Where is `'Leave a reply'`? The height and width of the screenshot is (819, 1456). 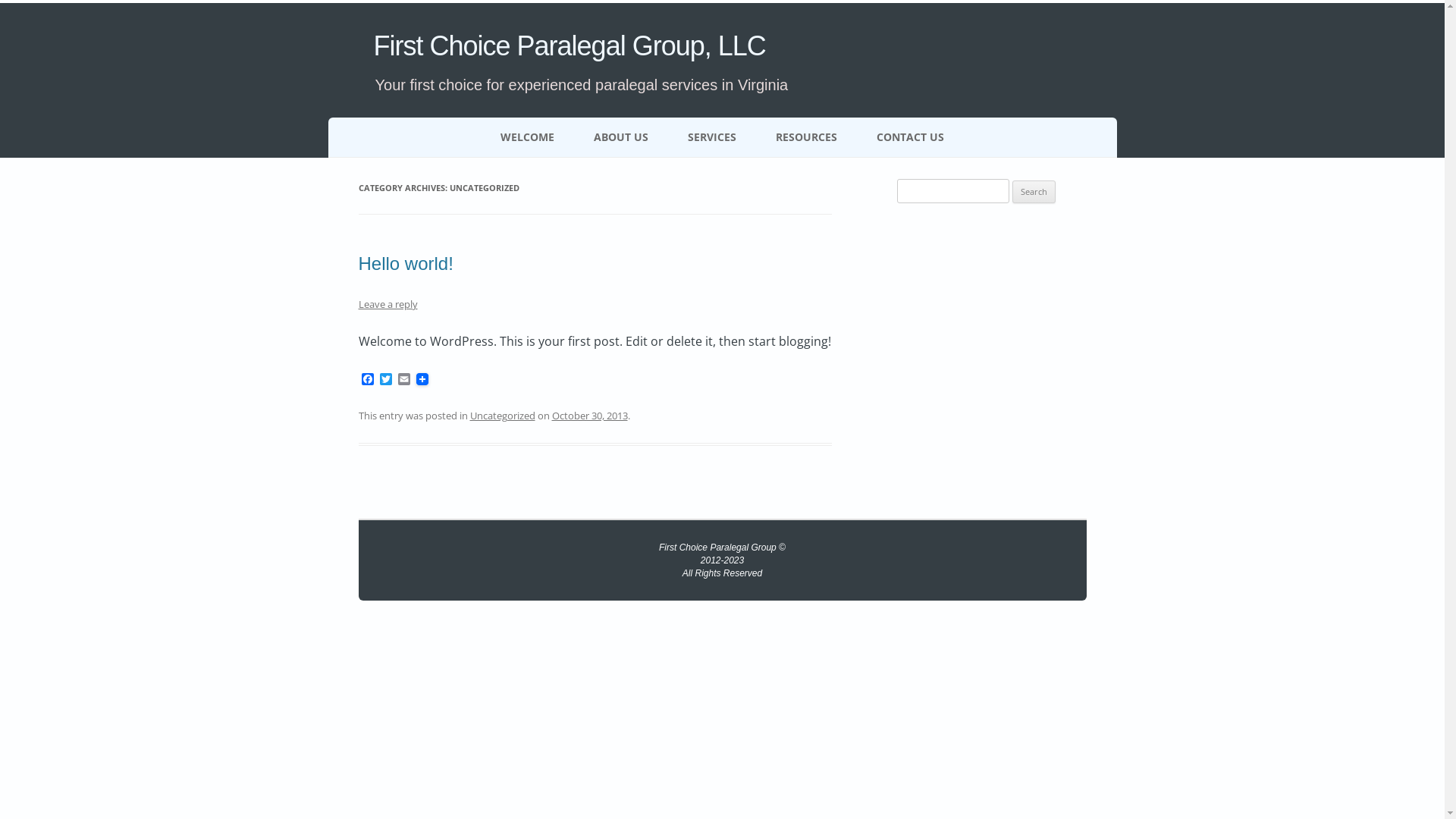 'Leave a reply' is located at coordinates (387, 304).